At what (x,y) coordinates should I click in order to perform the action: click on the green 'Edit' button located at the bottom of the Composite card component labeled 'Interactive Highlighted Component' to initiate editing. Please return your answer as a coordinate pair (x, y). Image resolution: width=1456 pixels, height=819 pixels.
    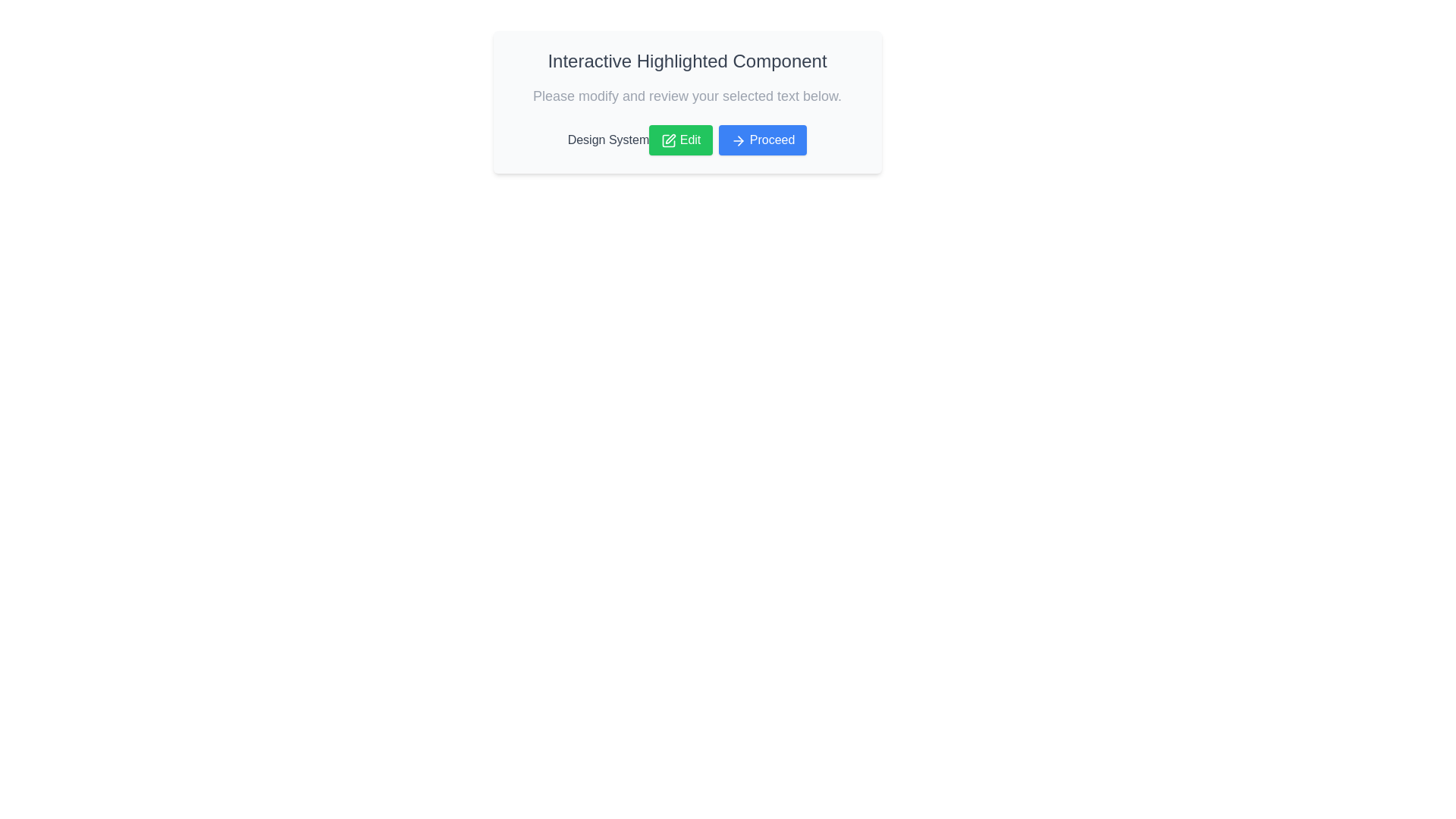
    Looking at the image, I should click on (686, 102).